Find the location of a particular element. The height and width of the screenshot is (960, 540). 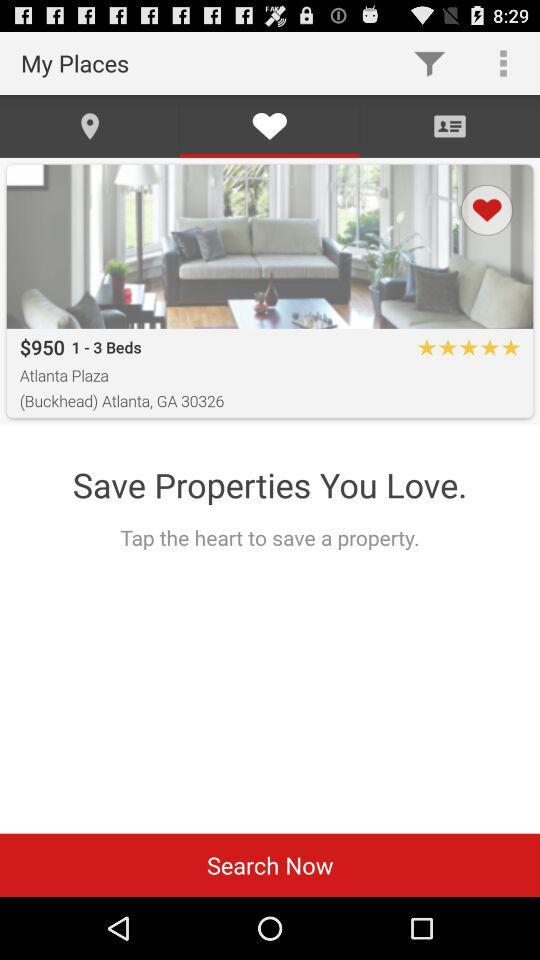

search now at the bottom is located at coordinates (270, 864).